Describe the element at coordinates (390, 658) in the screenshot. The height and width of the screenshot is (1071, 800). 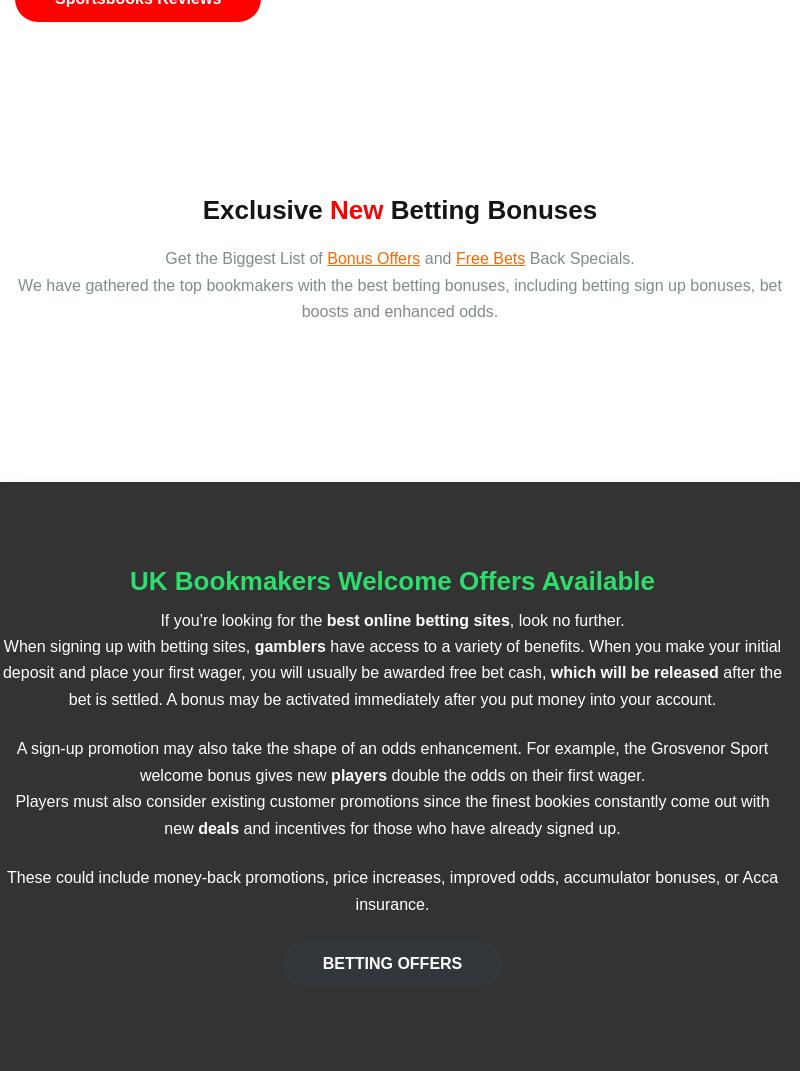
I see `'have access to a variety of benefits. When you make your initial deposit and place your first wager, you will usually be awarded free bet cash,'` at that location.